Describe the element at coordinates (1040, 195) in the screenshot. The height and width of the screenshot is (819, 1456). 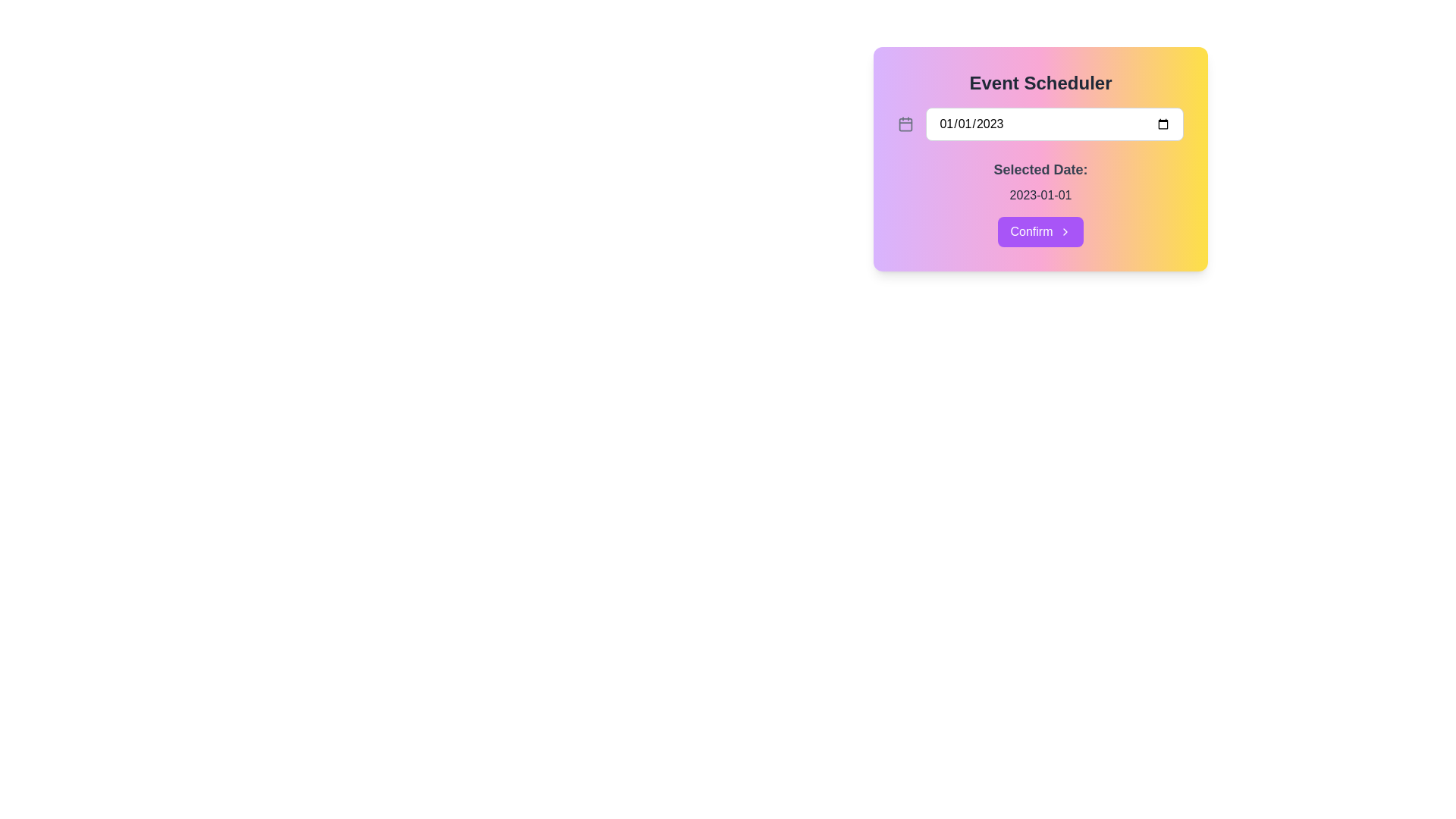
I see `the text label displaying the date '2023-01-01' located within the 'Event Scheduler' box, positioned below the 'Selected Date:' label` at that location.